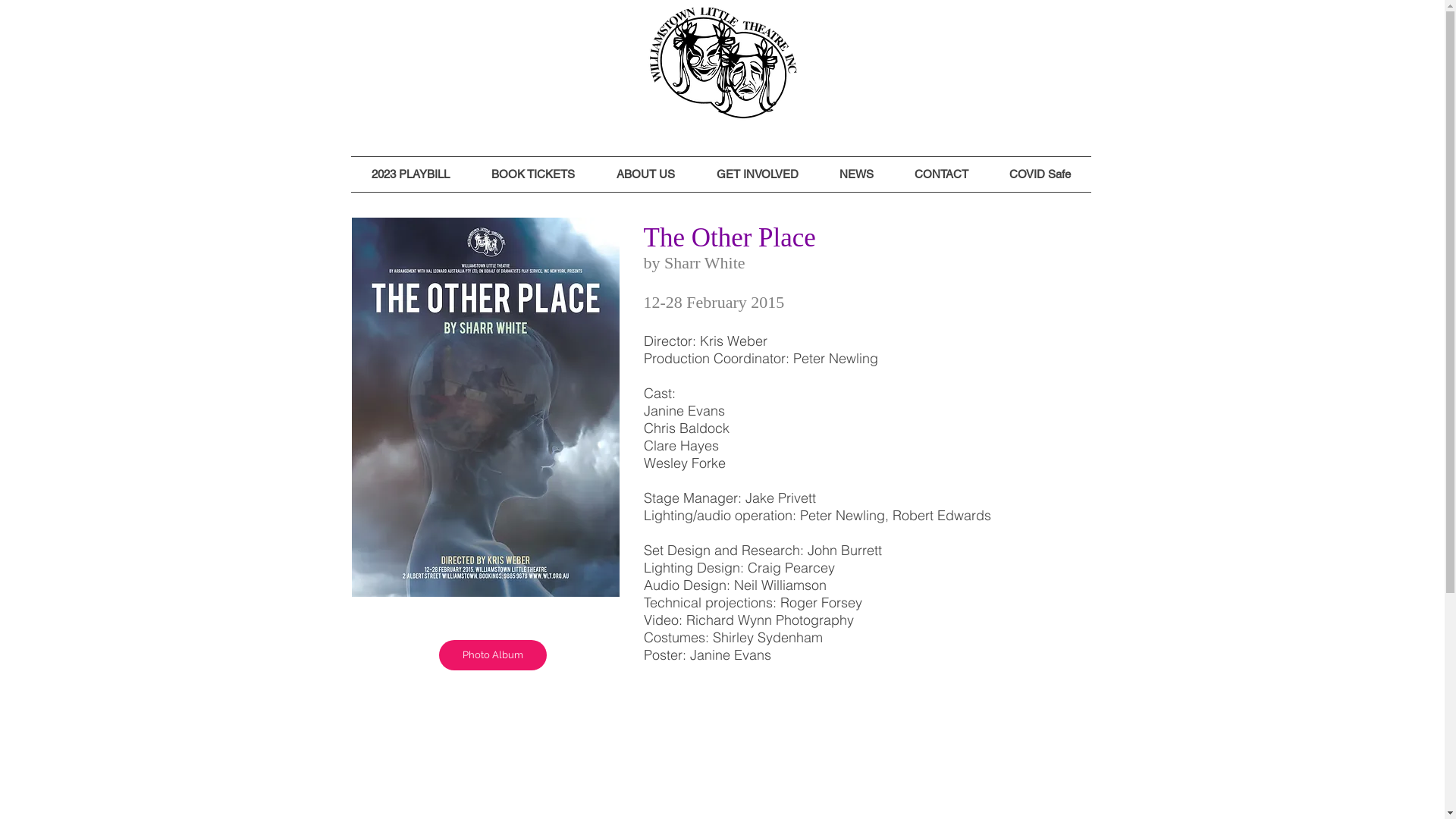 The height and width of the screenshot is (819, 1456). What do you see at coordinates (856, 174) in the screenshot?
I see `'NEWS'` at bounding box center [856, 174].